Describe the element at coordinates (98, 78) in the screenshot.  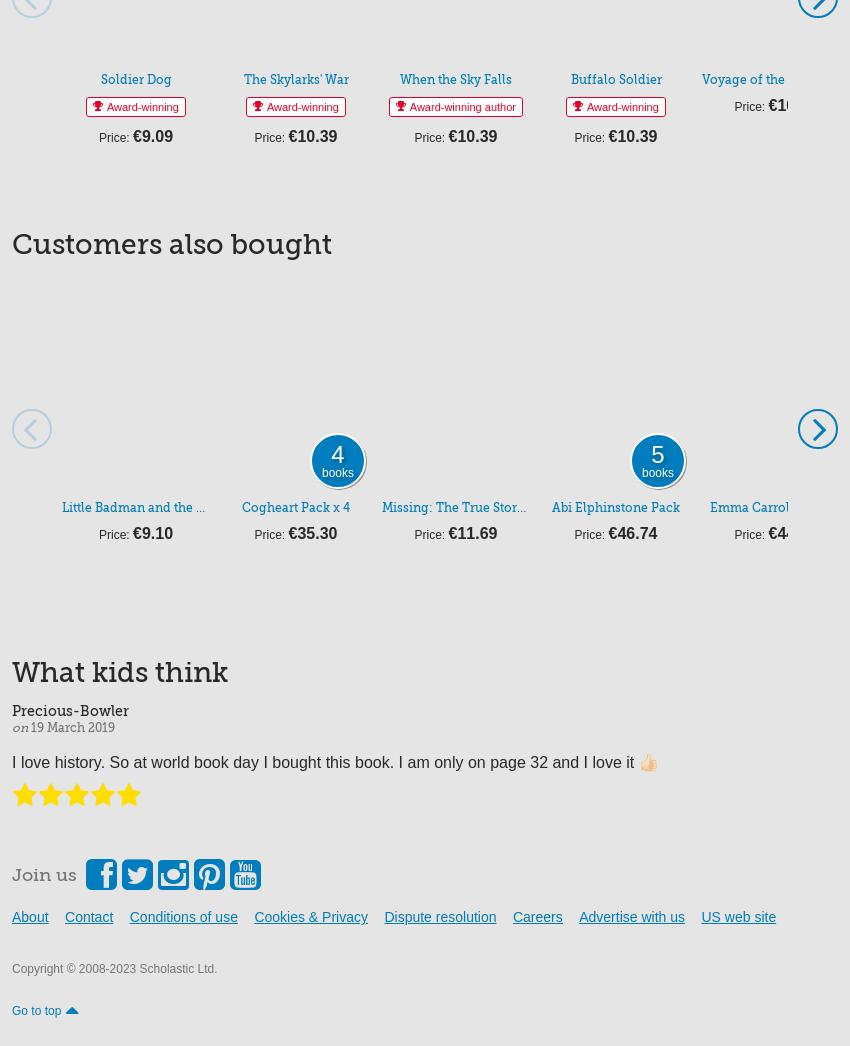
I see `'Soldier Dog'` at that location.